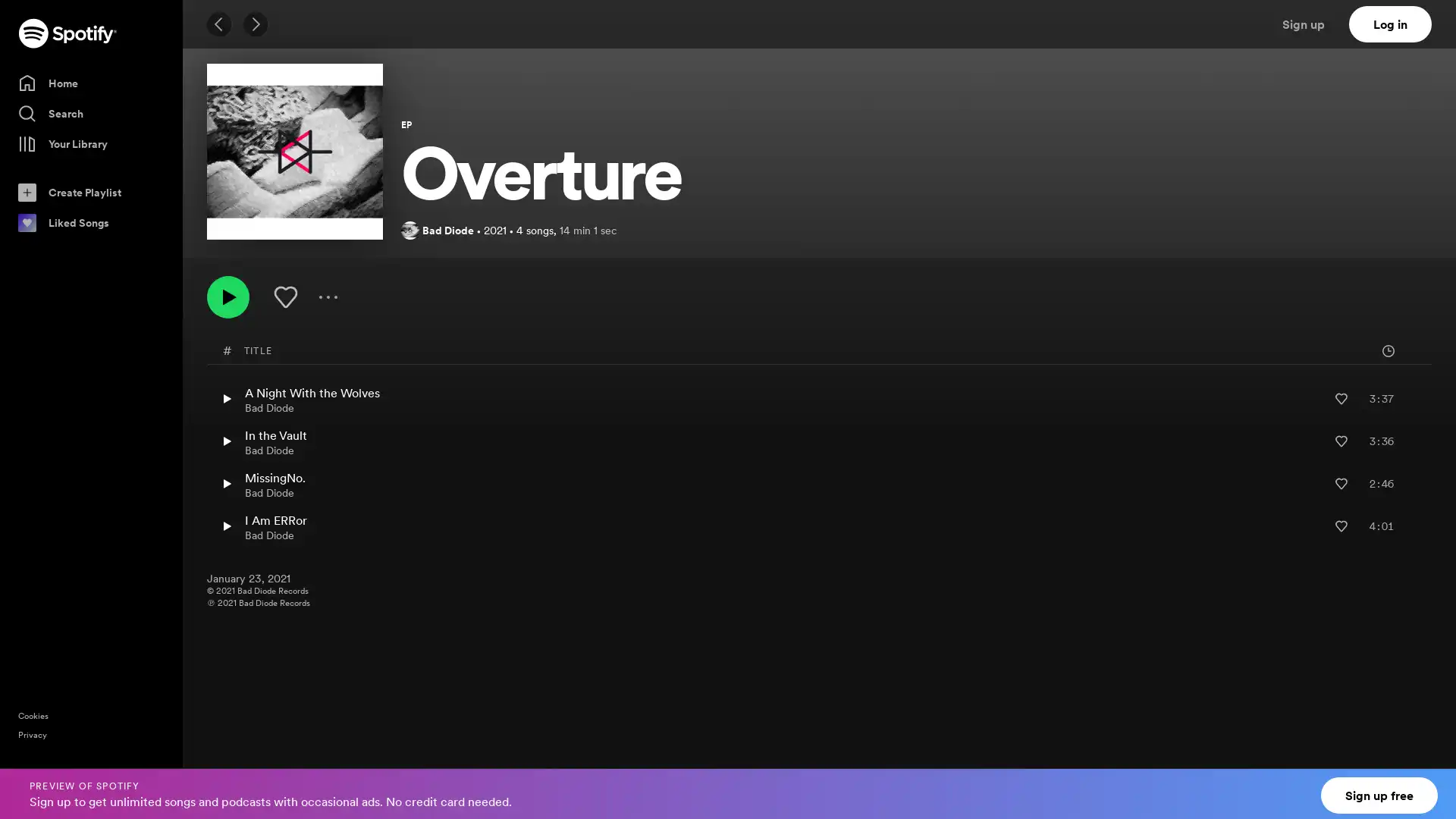  What do you see at coordinates (1379, 795) in the screenshot?
I see `Sign up free` at bounding box center [1379, 795].